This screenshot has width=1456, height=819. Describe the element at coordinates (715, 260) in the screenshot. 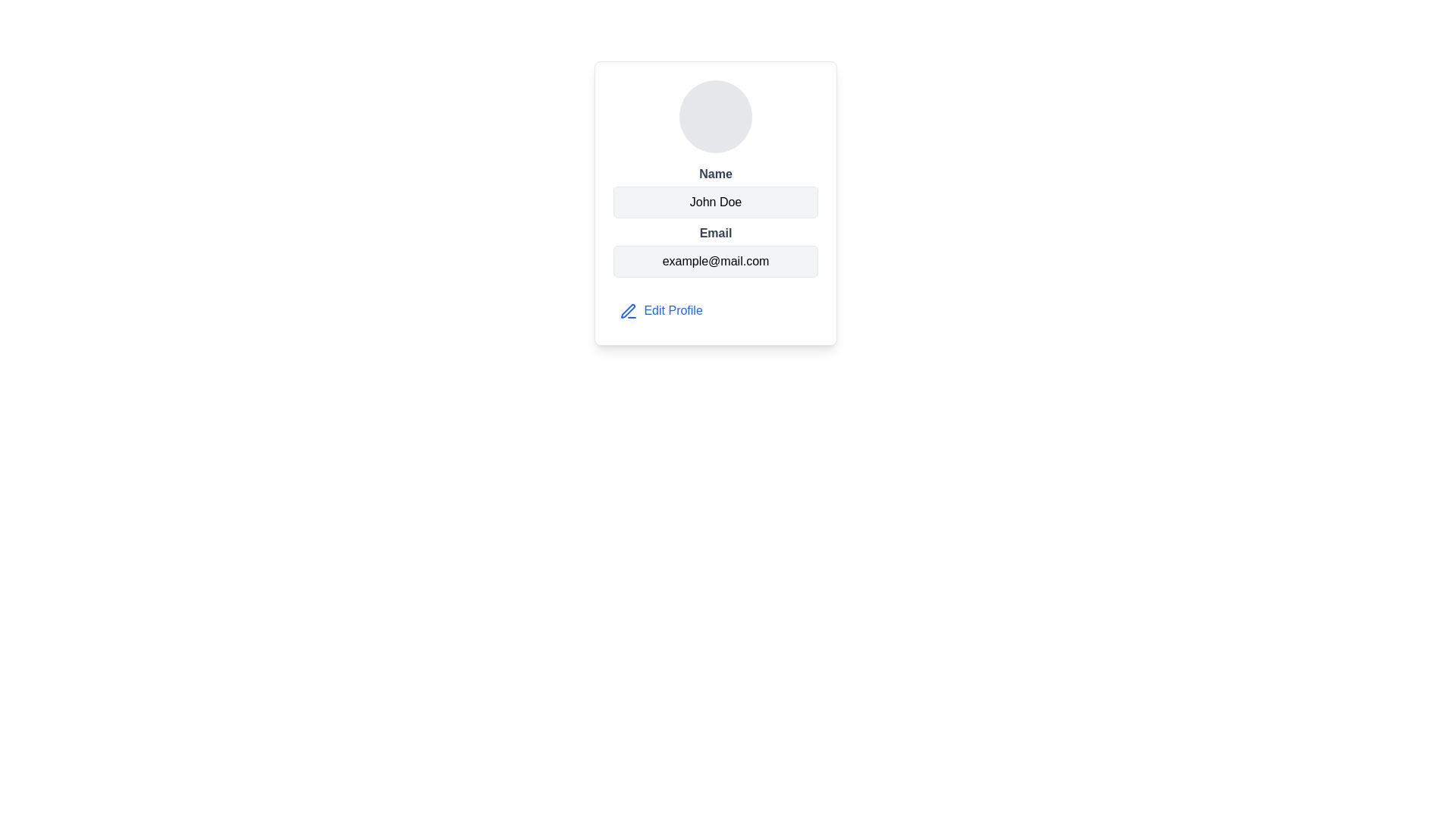

I see `the Static Text Box displaying 'example@mail.com', which is located below the 'Email' label within a profile card layout` at that location.